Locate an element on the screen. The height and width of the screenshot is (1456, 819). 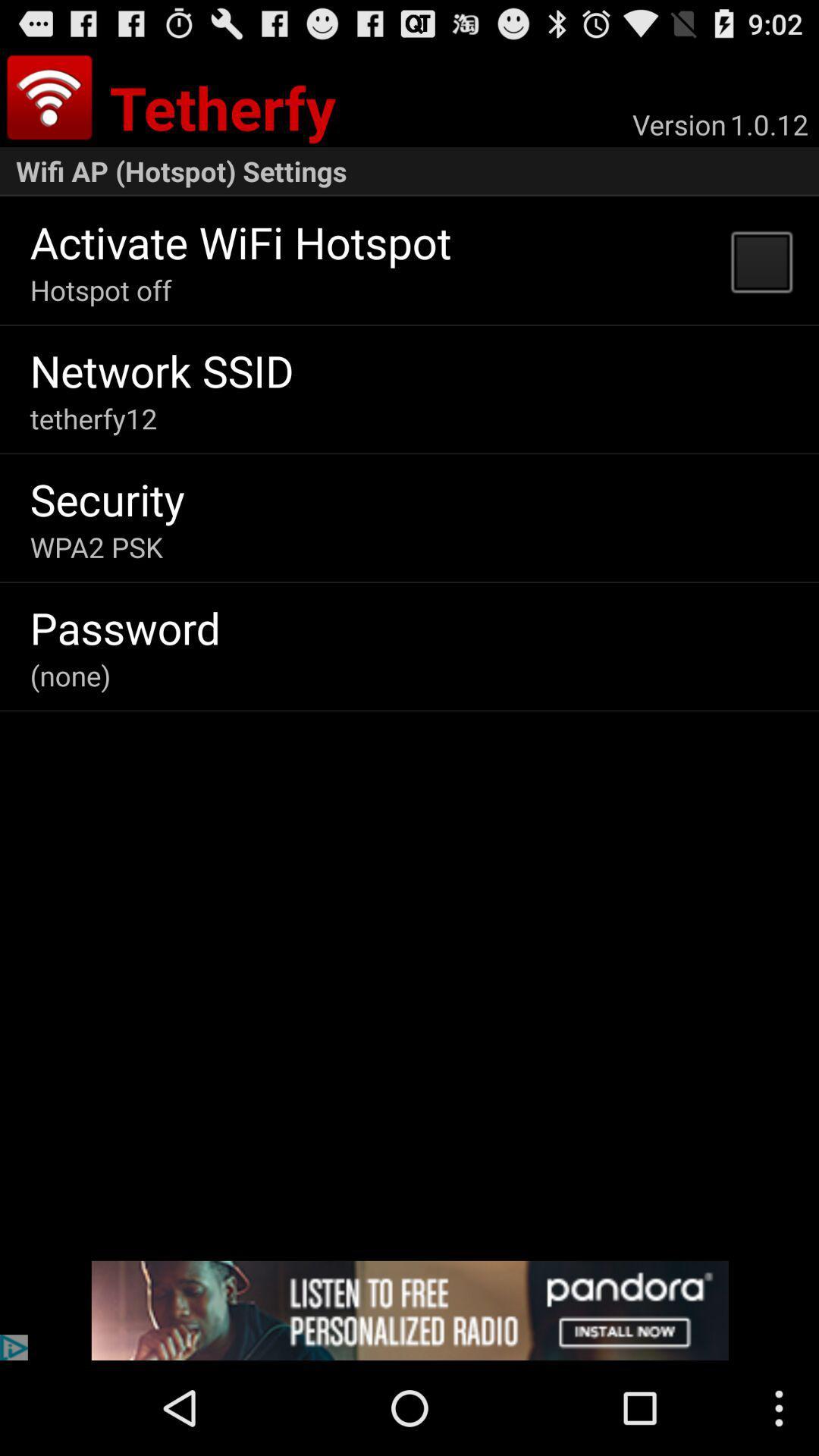
advertisement banner is located at coordinates (409, 1310).